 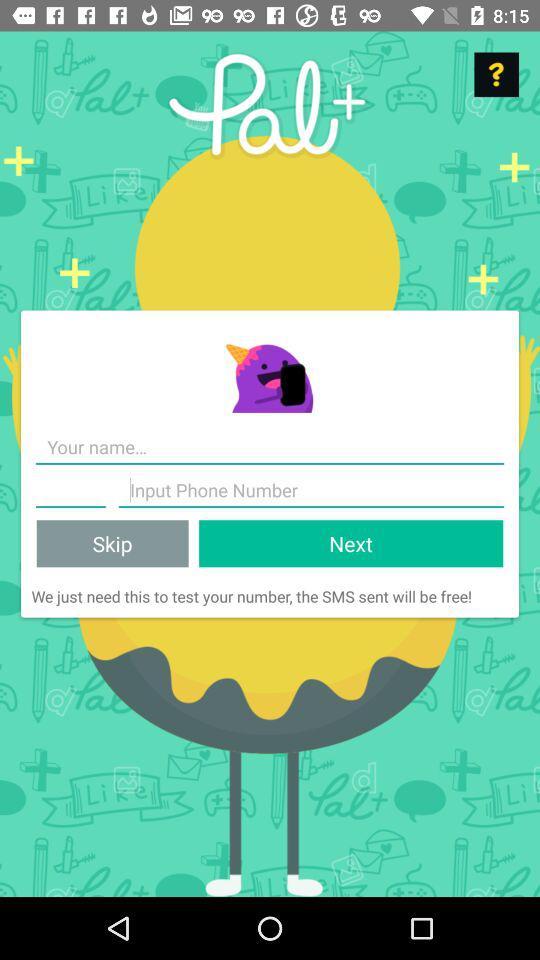 I want to click on icon next to the skip item, so click(x=350, y=543).